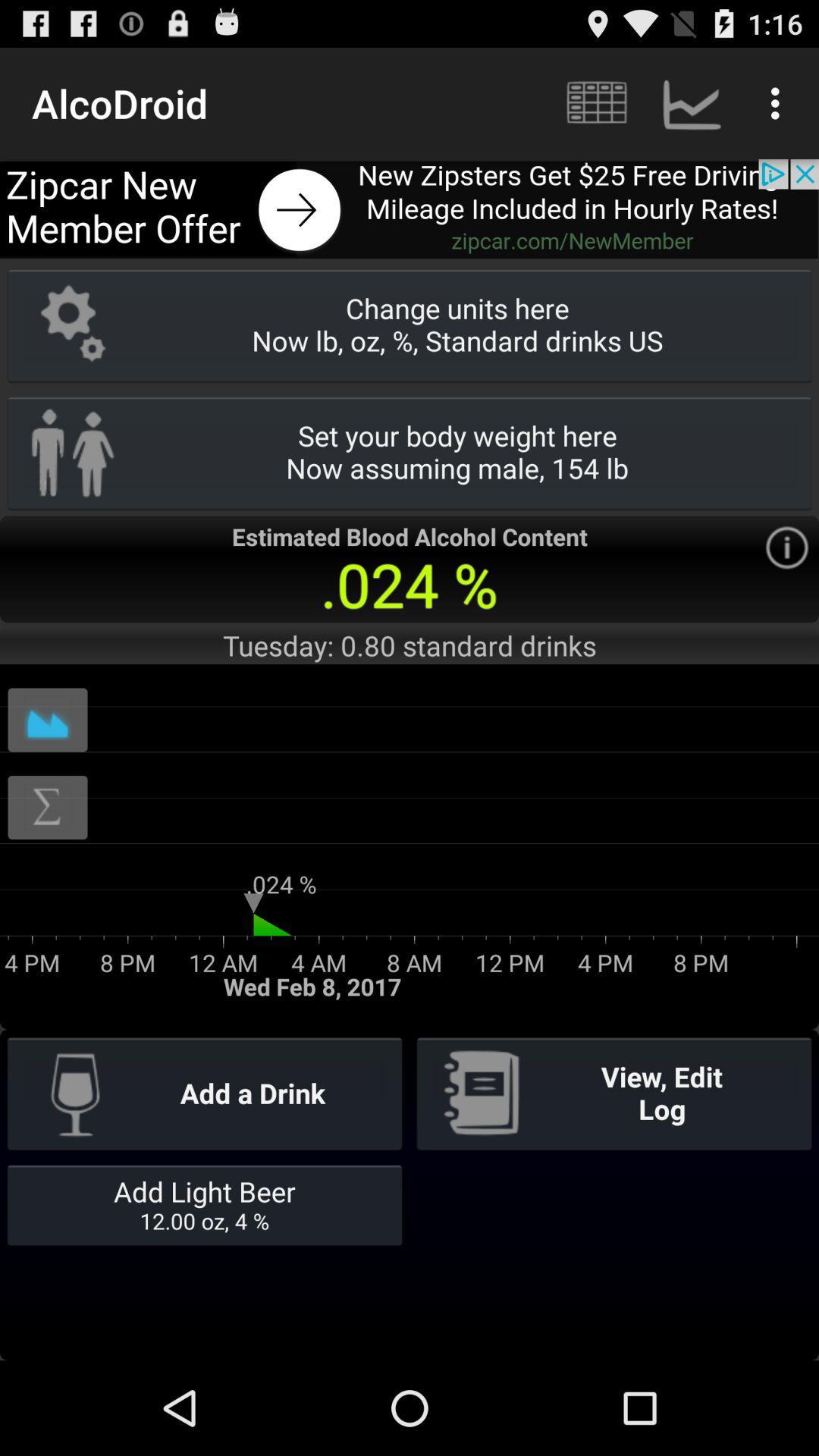  What do you see at coordinates (786, 585) in the screenshot?
I see `the info icon` at bounding box center [786, 585].